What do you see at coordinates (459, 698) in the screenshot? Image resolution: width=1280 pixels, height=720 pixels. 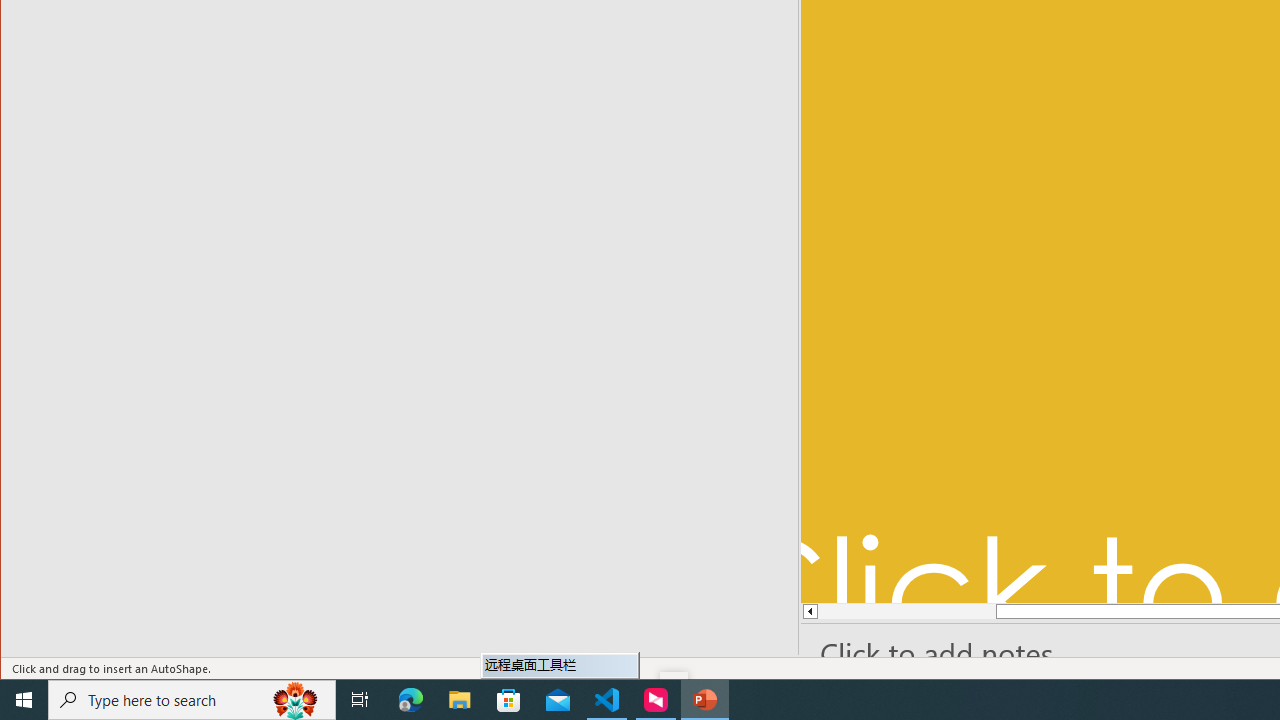 I see `'File Explorer'` at bounding box center [459, 698].